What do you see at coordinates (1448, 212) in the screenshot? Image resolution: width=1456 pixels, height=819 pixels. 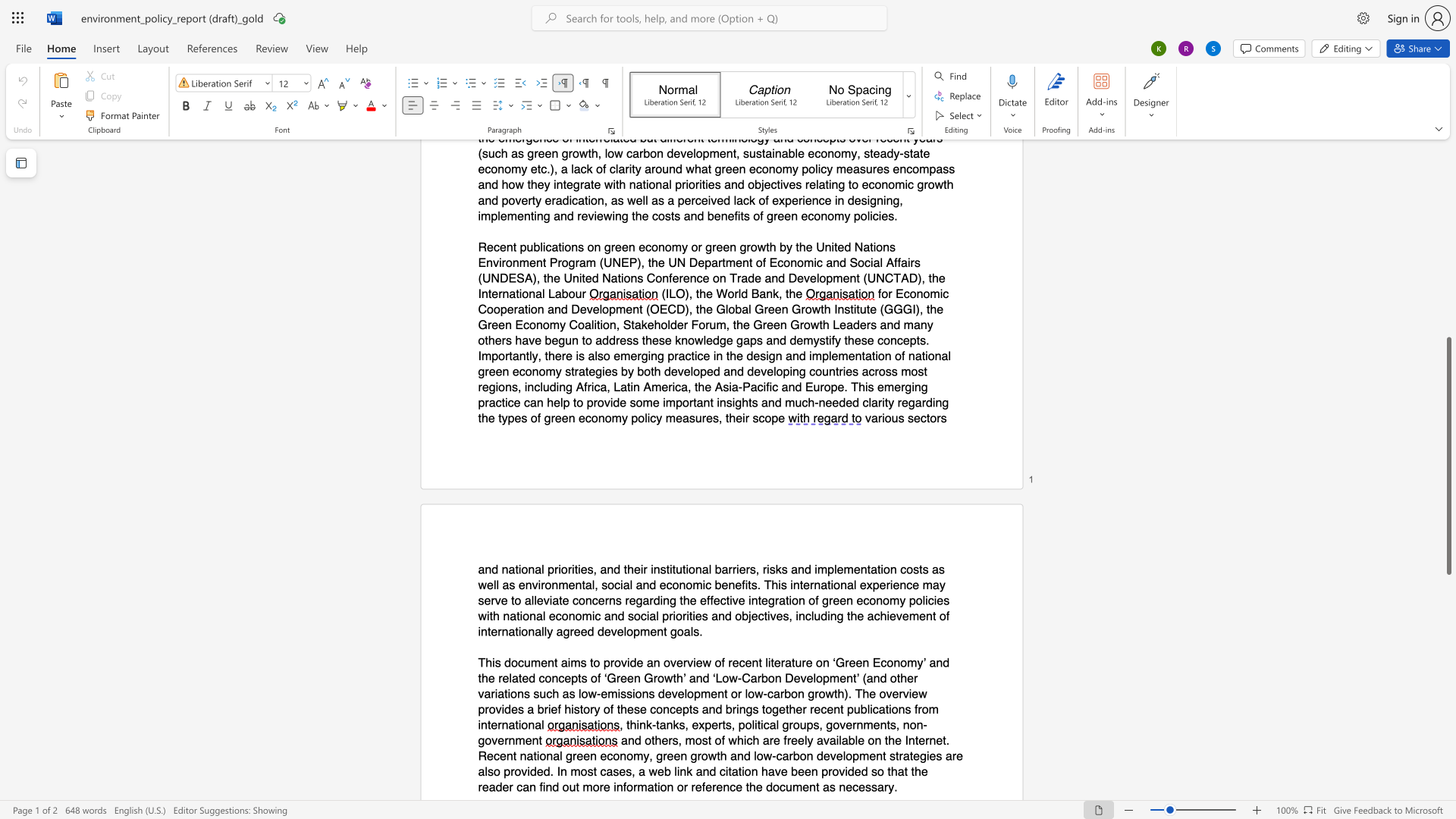 I see `the scrollbar to move the view up` at bounding box center [1448, 212].